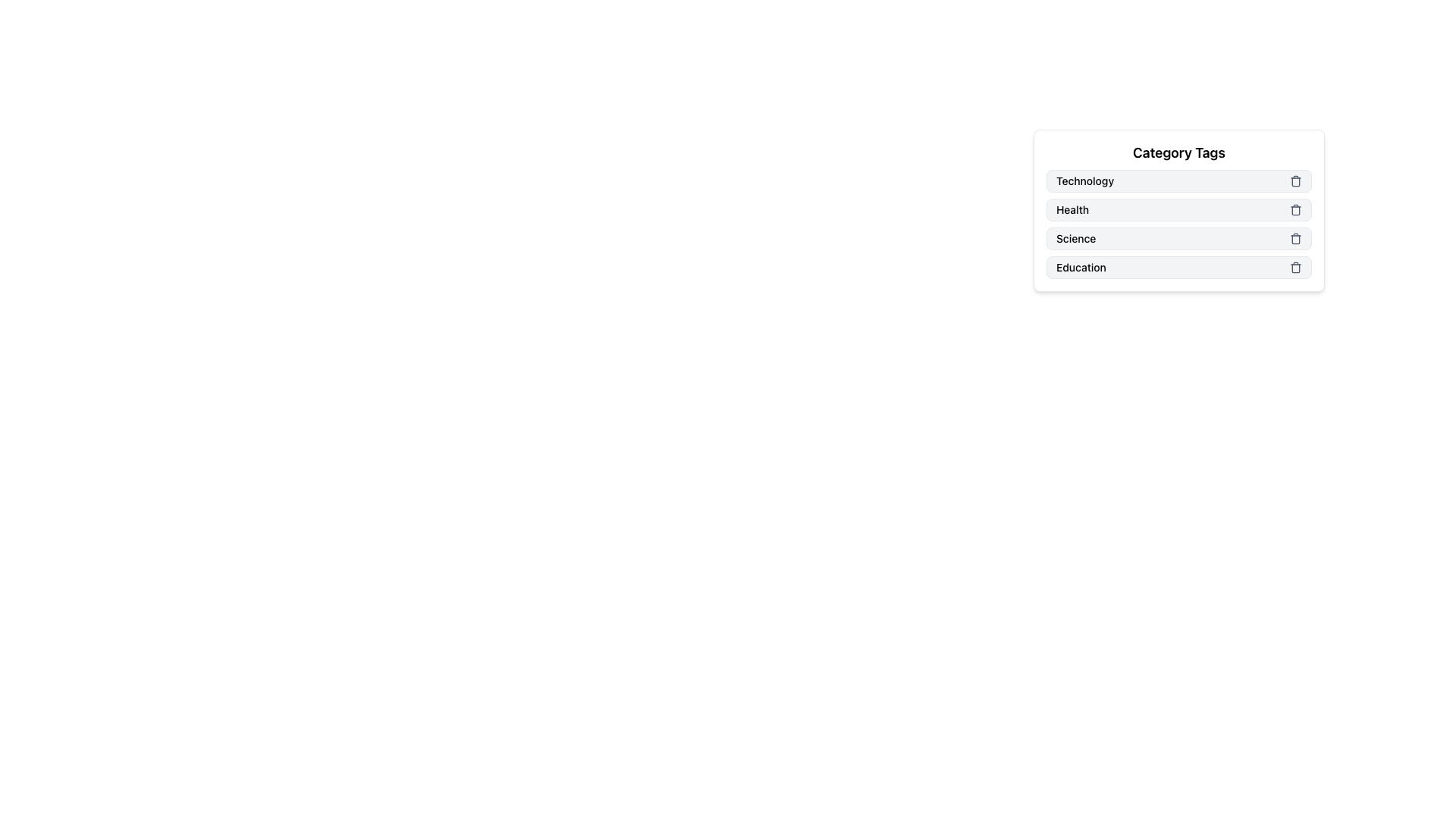 The height and width of the screenshot is (819, 1456). I want to click on the trash can icon next to the 'Science' category, so click(1294, 239).